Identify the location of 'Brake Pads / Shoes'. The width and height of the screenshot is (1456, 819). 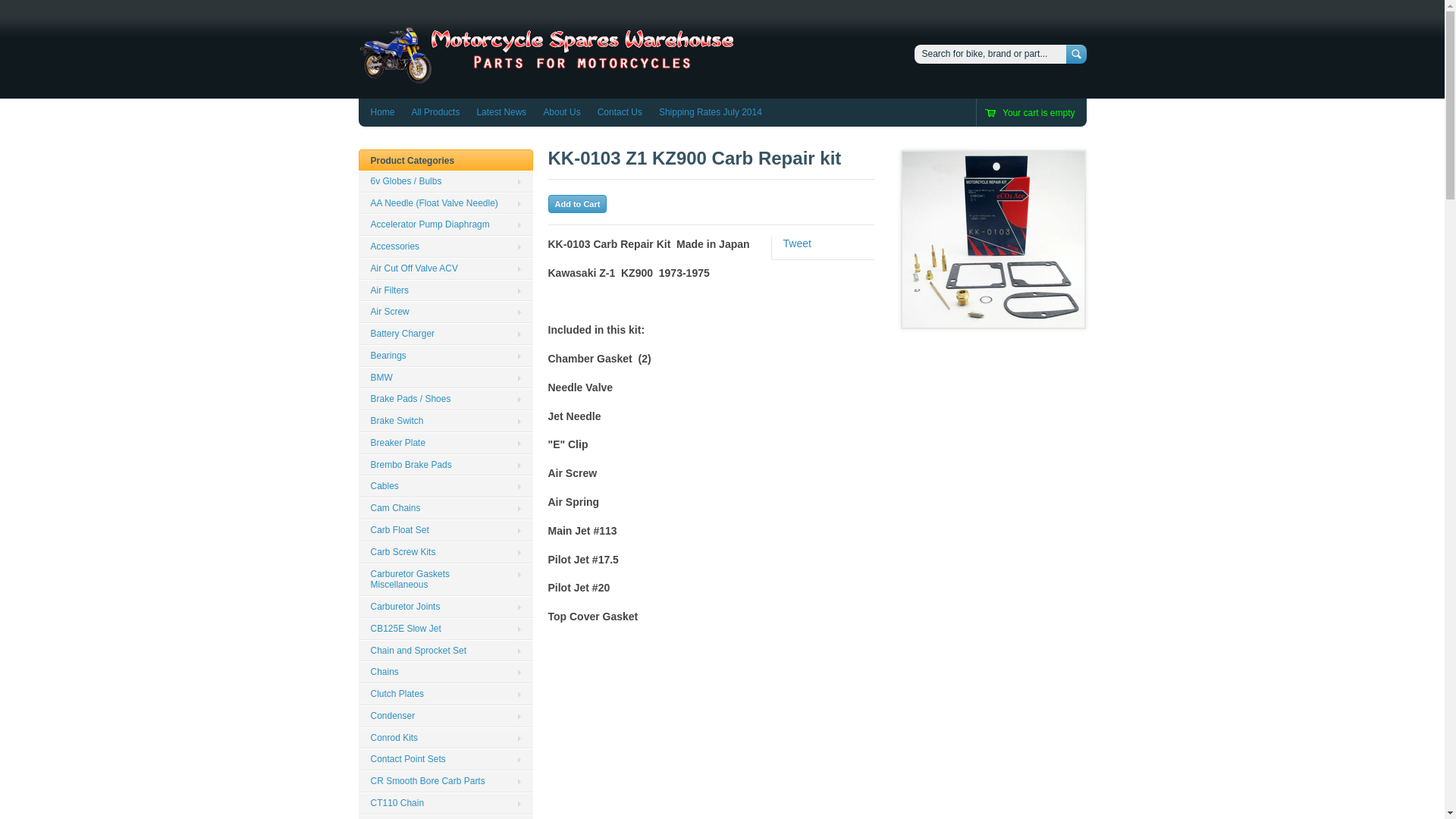
(356, 398).